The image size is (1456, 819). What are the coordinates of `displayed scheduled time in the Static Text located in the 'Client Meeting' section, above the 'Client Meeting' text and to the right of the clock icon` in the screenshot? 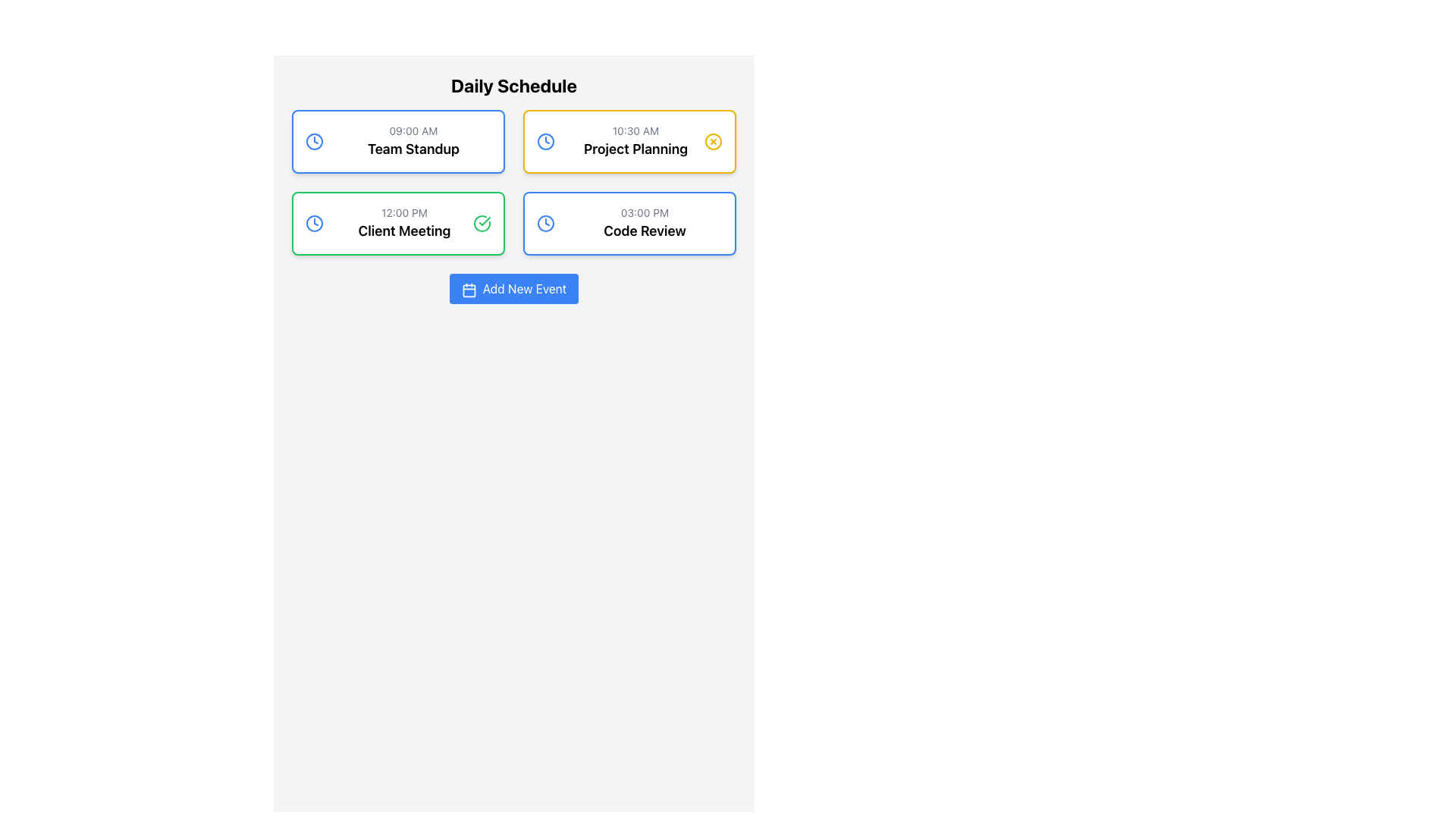 It's located at (404, 213).